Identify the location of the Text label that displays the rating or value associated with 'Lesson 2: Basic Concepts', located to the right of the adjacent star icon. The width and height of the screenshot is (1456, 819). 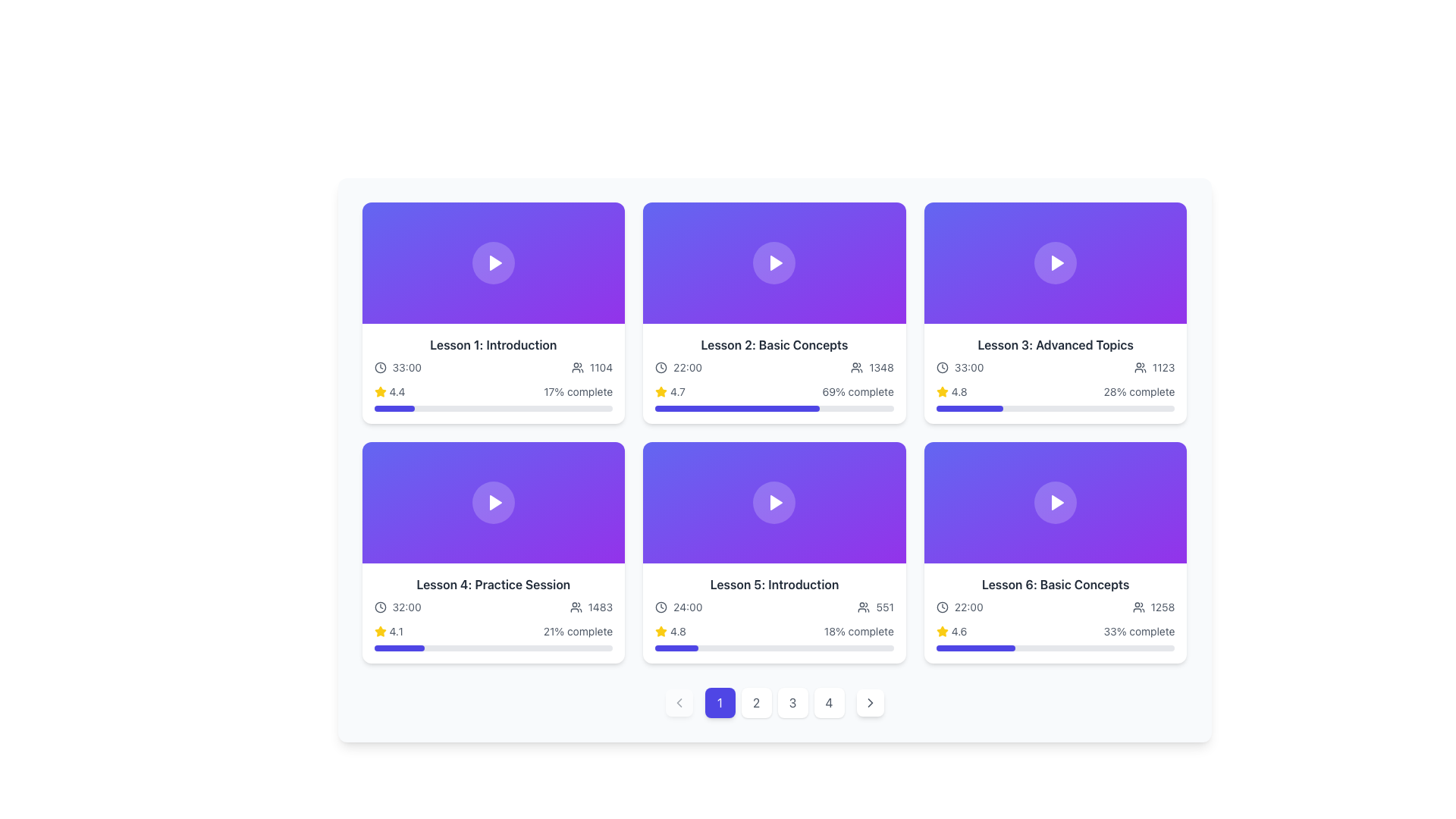
(676, 391).